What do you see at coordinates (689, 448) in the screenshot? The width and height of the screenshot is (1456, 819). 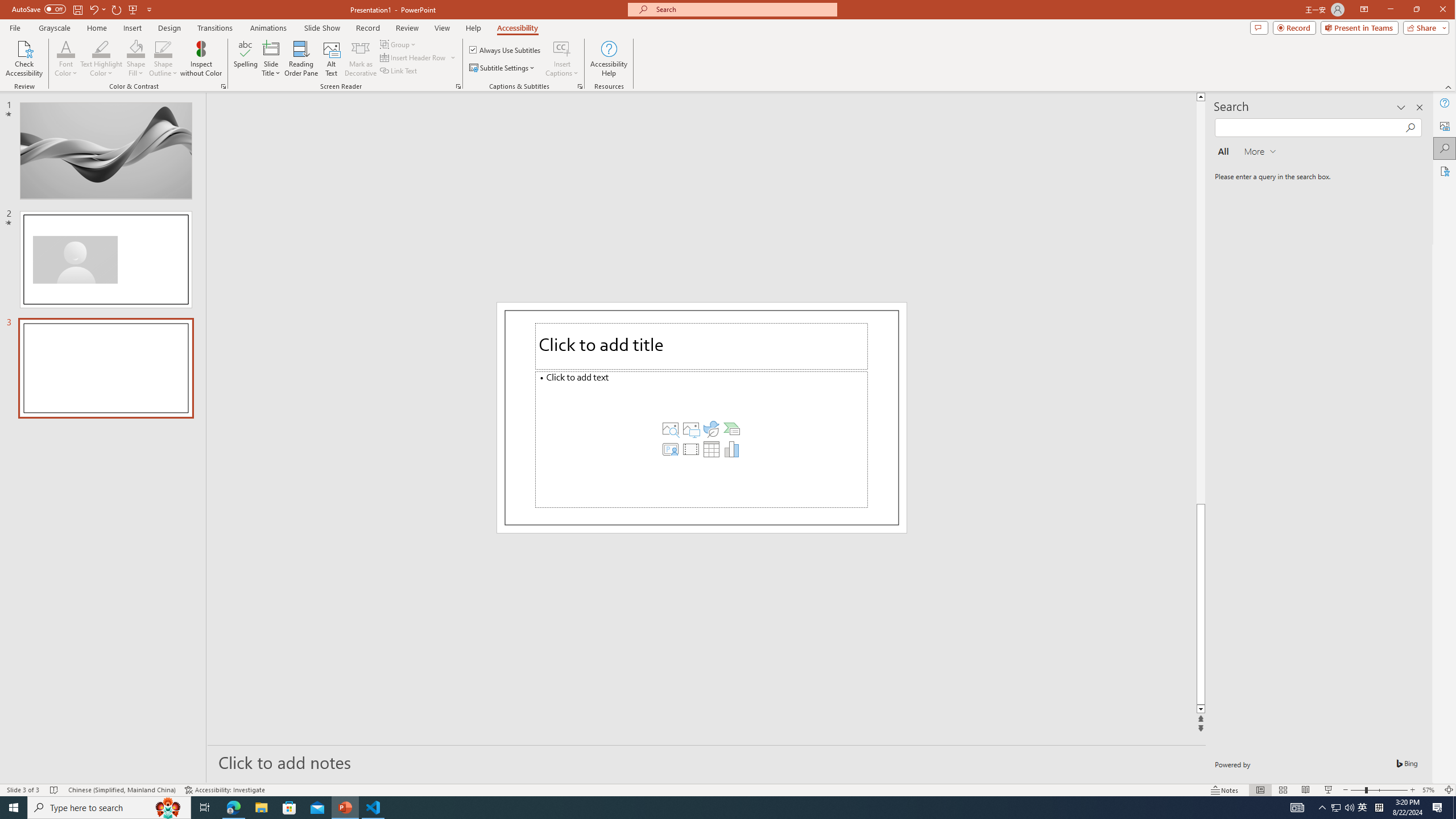 I see `'Insert Video'` at bounding box center [689, 448].